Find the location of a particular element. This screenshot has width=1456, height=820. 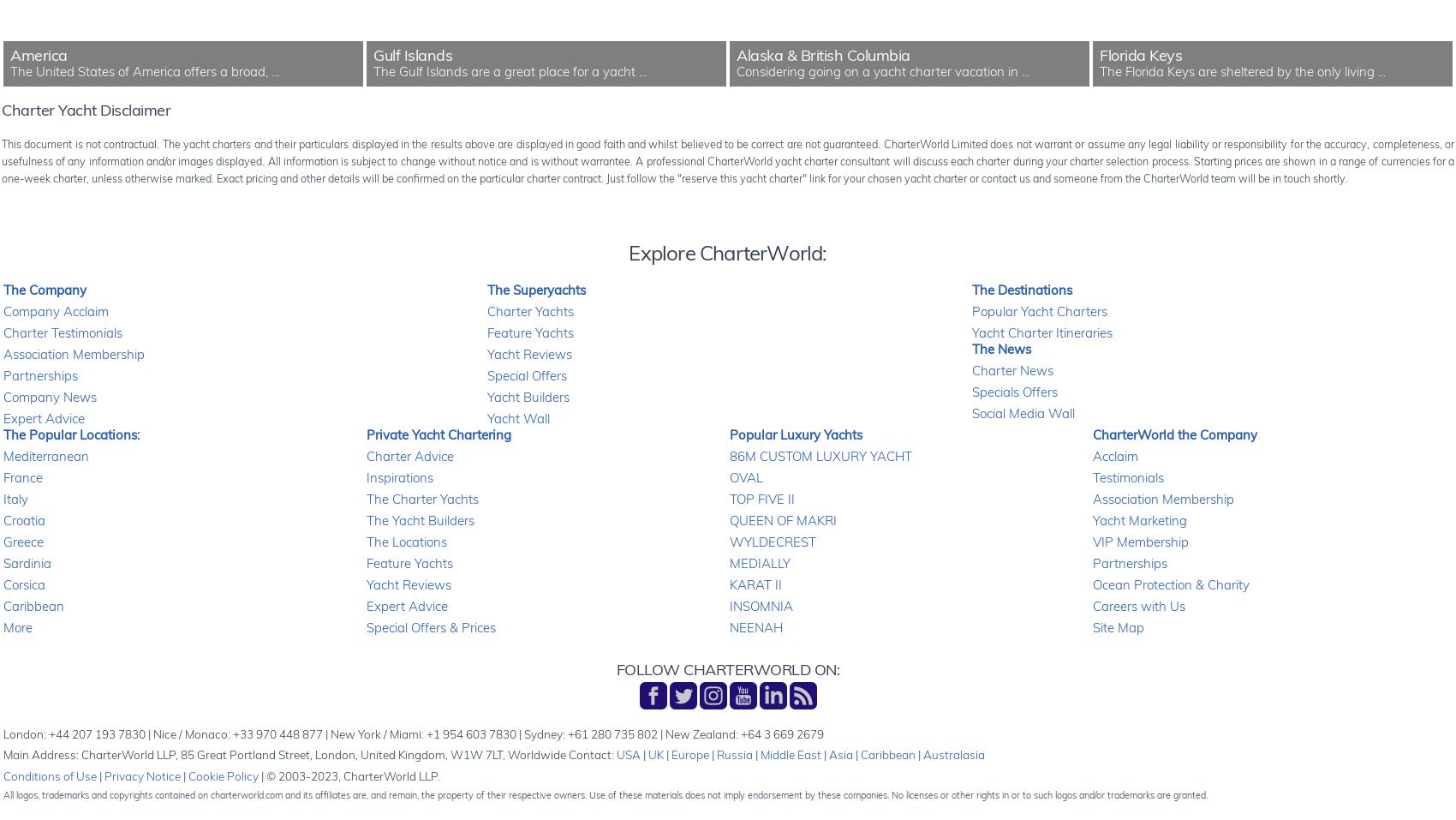

'Charter Advice' is located at coordinates (410, 456).